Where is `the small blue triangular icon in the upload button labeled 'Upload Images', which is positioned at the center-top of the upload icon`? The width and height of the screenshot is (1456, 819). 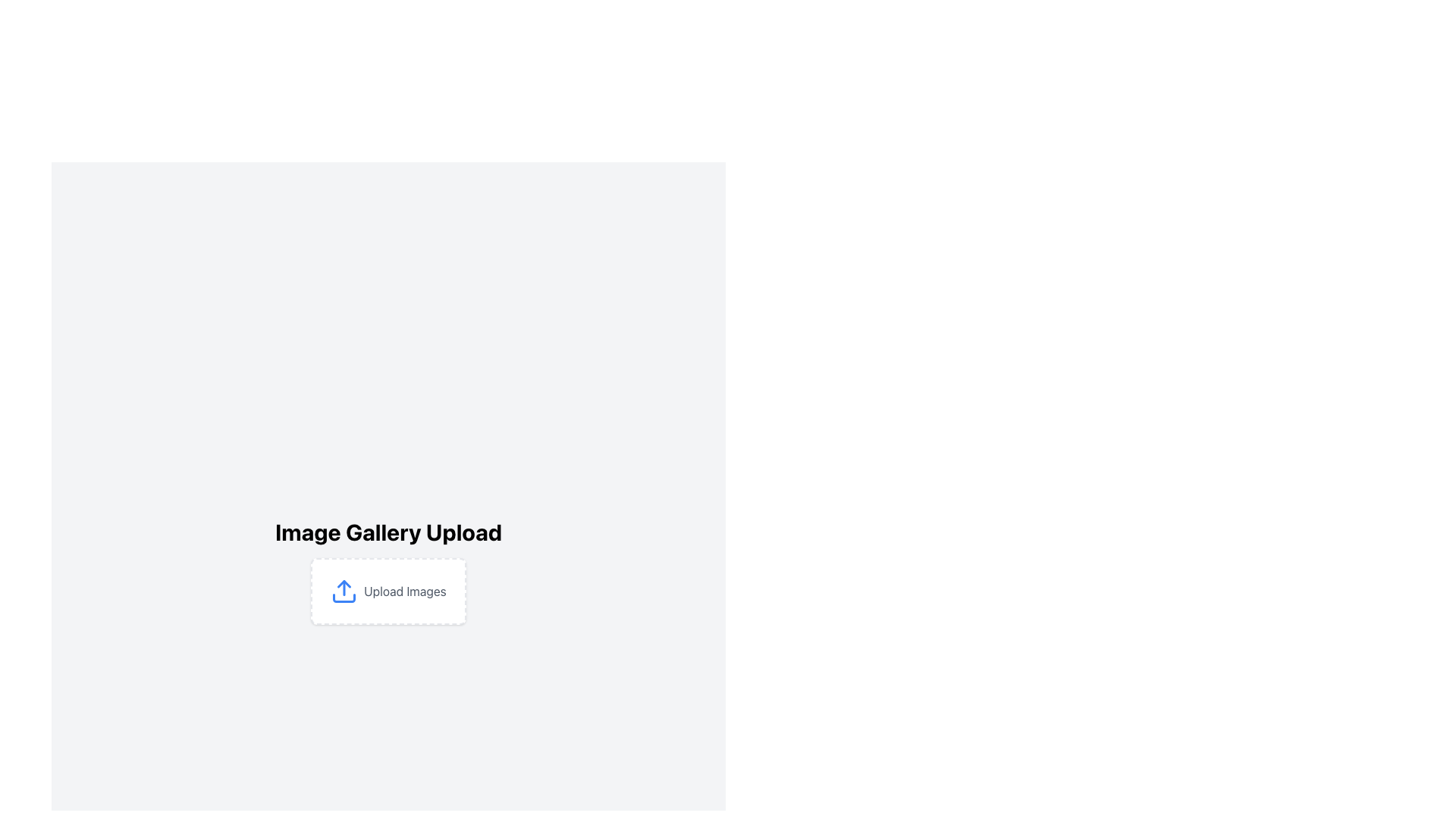
the small blue triangular icon in the upload button labeled 'Upload Images', which is positioned at the center-top of the upload icon is located at coordinates (344, 583).